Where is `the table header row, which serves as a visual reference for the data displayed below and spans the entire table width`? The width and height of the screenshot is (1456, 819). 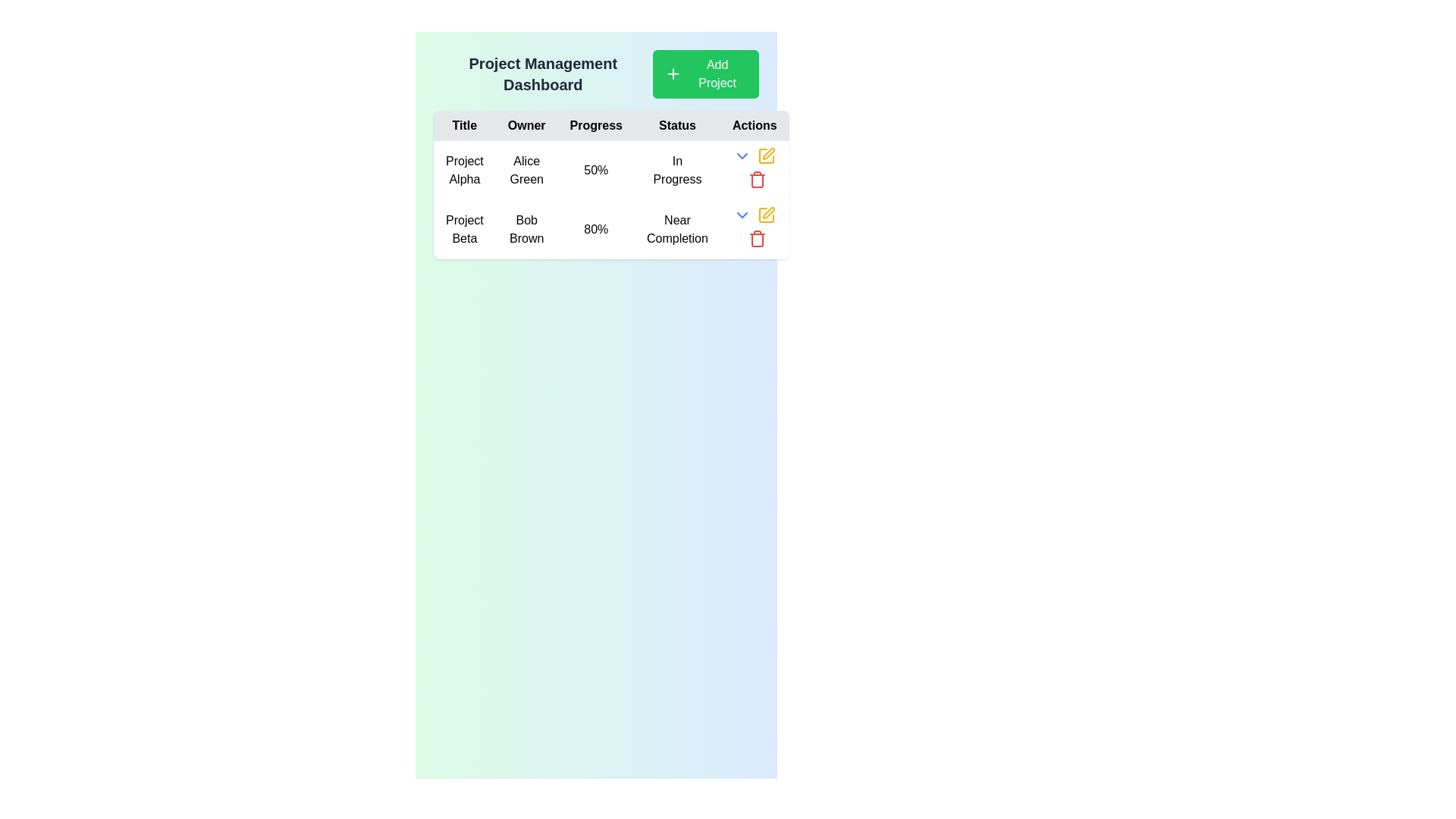
the table header row, which serves as a visual reference for the data displayed below and spans the entire table width is located at coordinates (611, 124).